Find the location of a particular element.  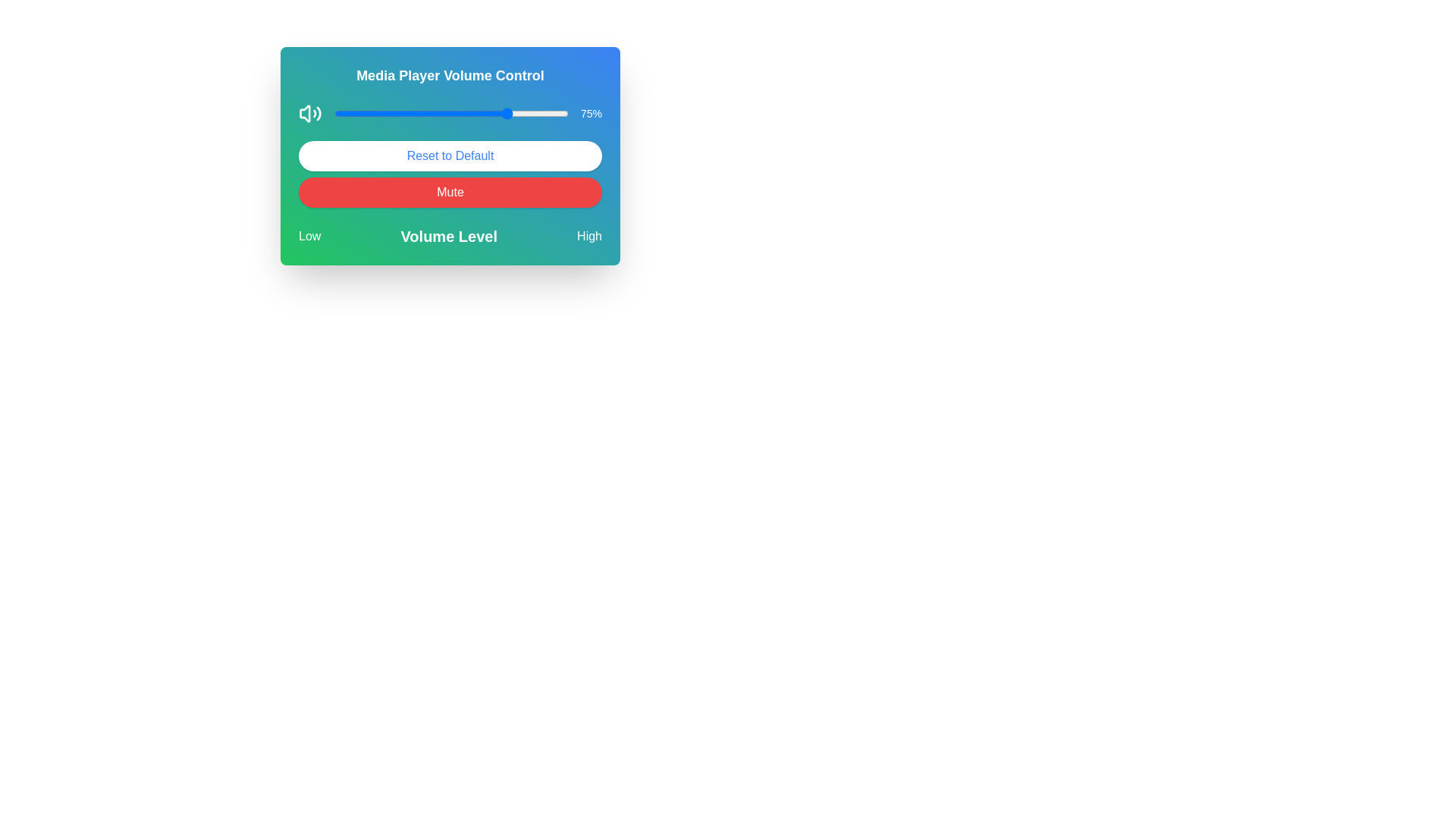

the volume is located at coordinates (406, 113).